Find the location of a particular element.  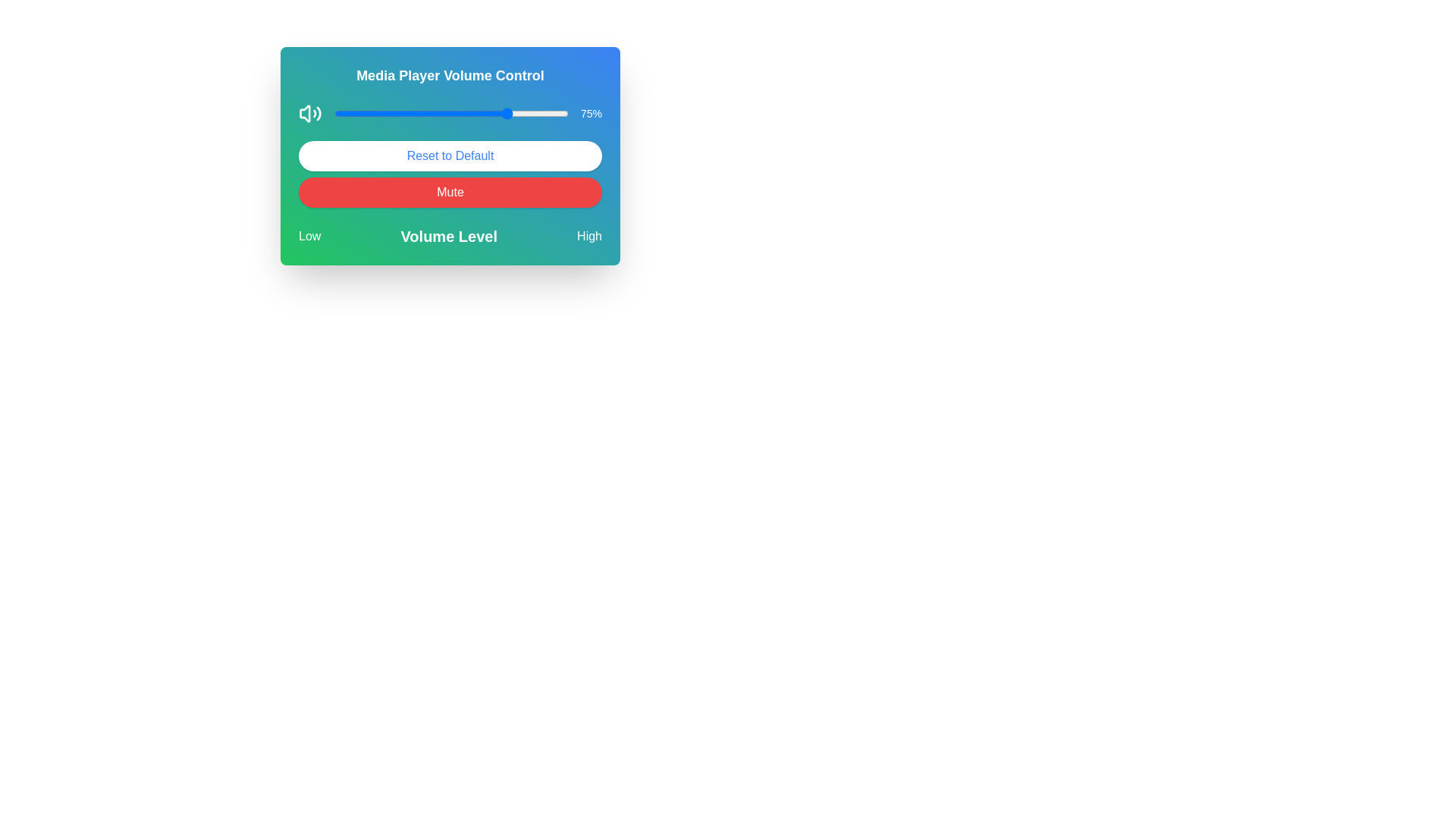

the volume is located at coordinates (406, 113).